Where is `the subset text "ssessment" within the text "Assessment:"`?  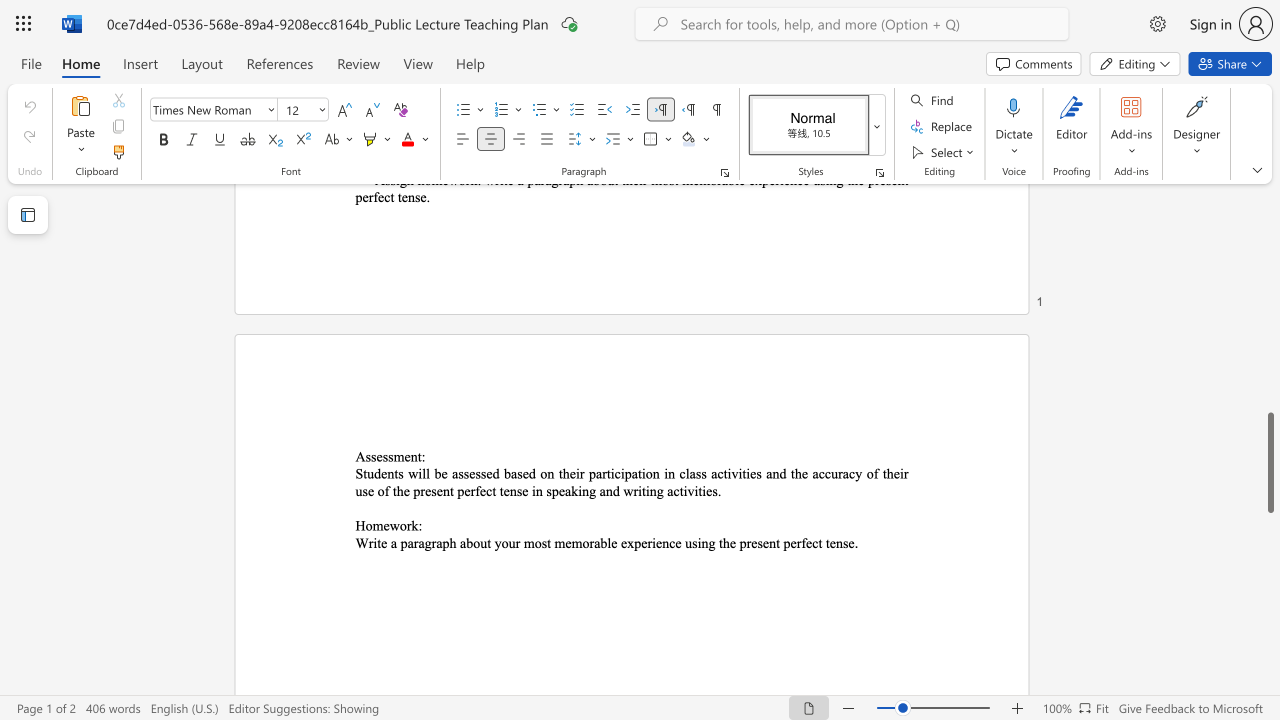 the subset text "ssessment" within the text "Assessment:" is located at coordinates (365, 456).